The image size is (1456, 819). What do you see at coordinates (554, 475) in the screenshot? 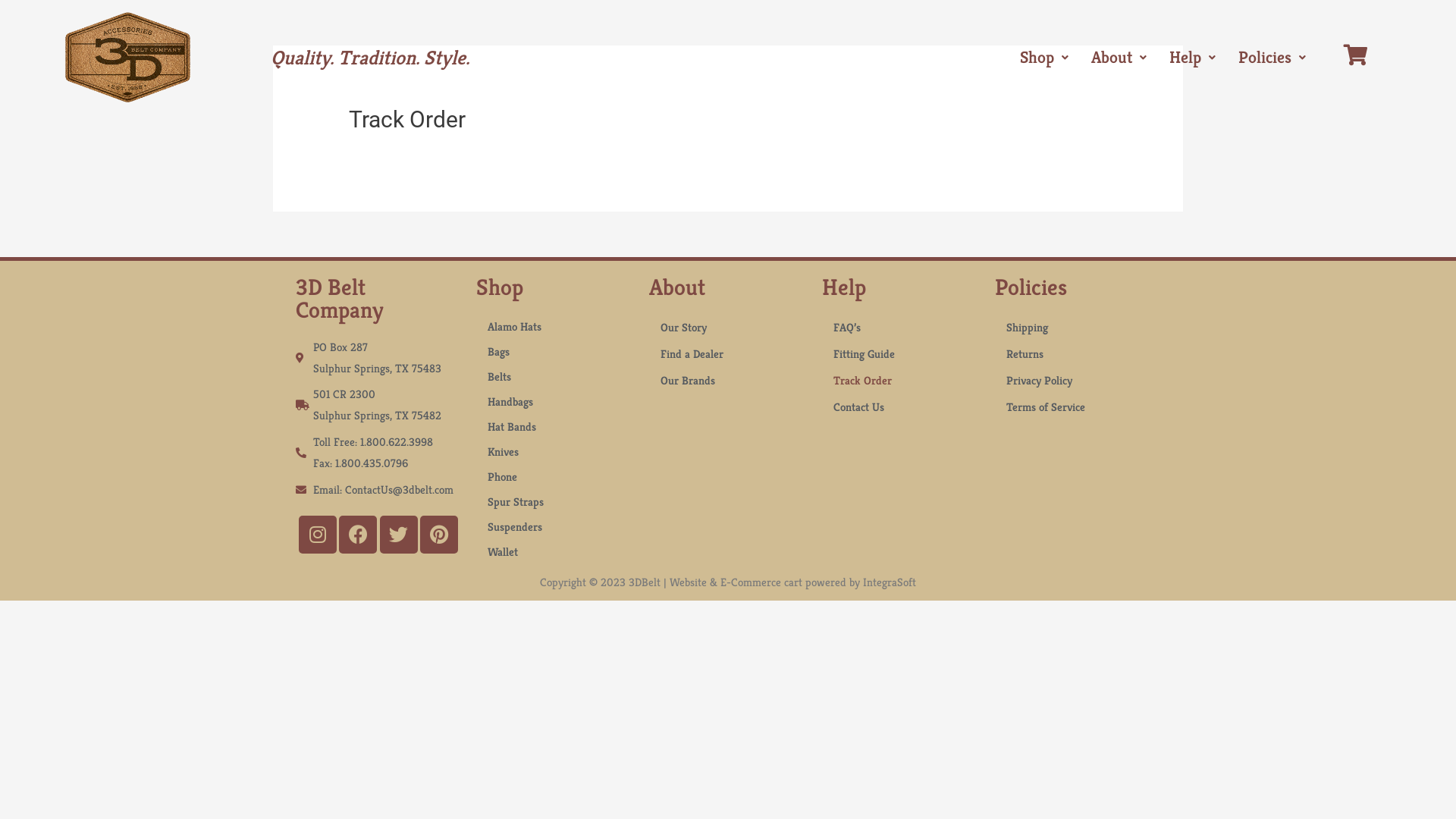
I see `'Phone'` at bounding box center [554, 475].